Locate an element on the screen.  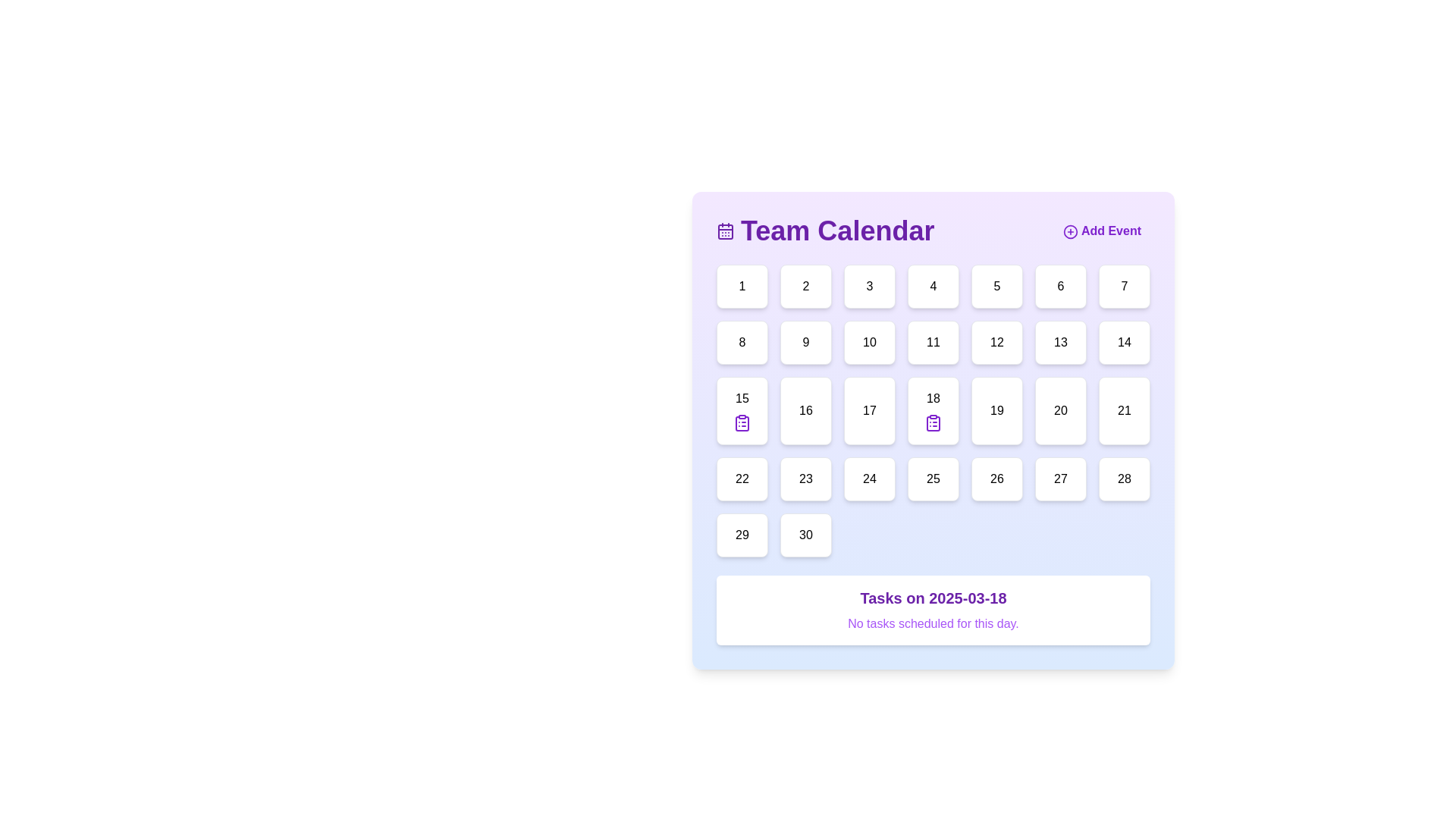
the button displaying the number '21' which is located is located at coordinates (1125, 411).